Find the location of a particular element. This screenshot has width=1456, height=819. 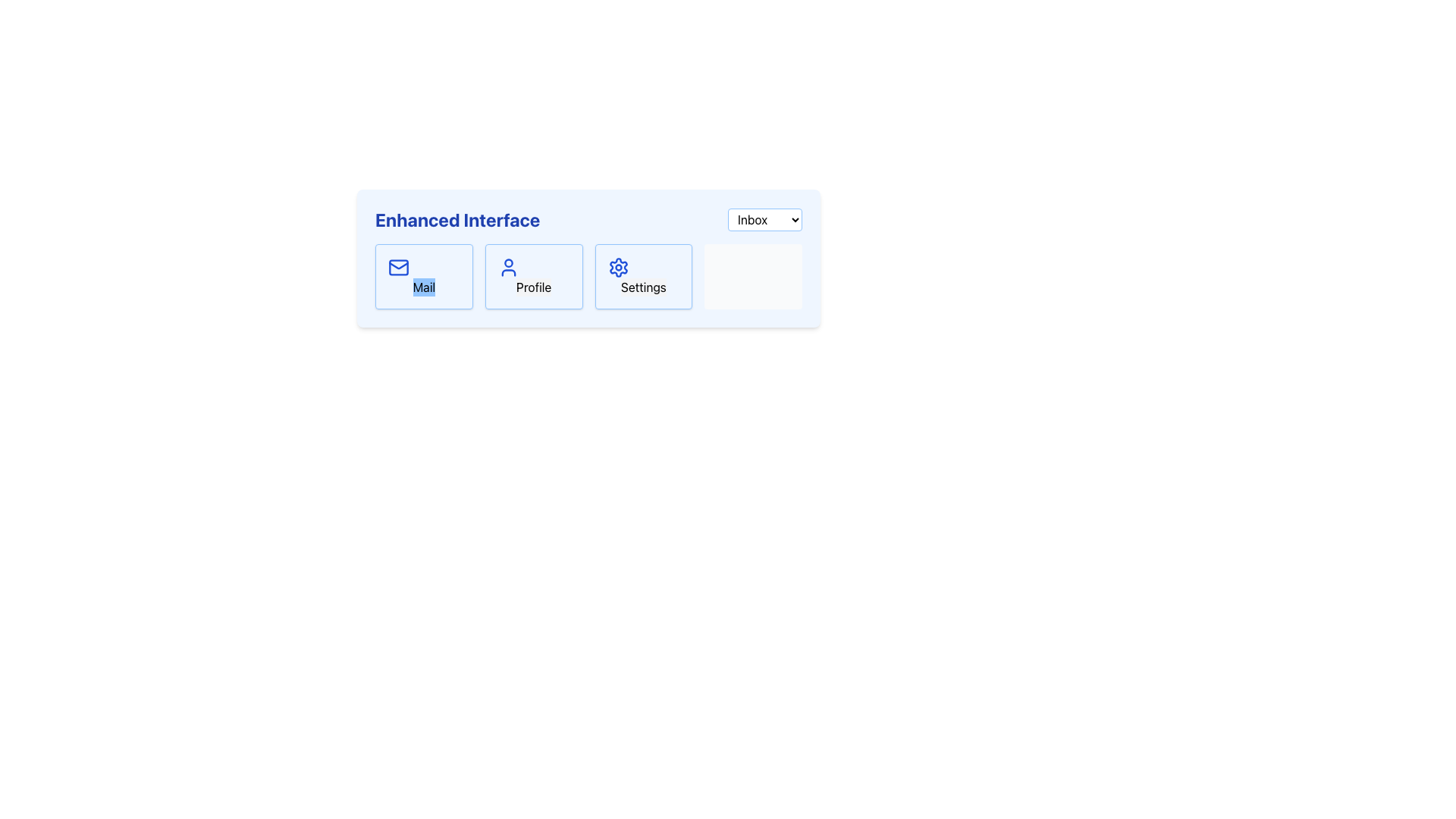

the blue human figure icon located within the 'Profile' button, which is the second button from the left in the horizontal layout is located at coordinates (508, 267).